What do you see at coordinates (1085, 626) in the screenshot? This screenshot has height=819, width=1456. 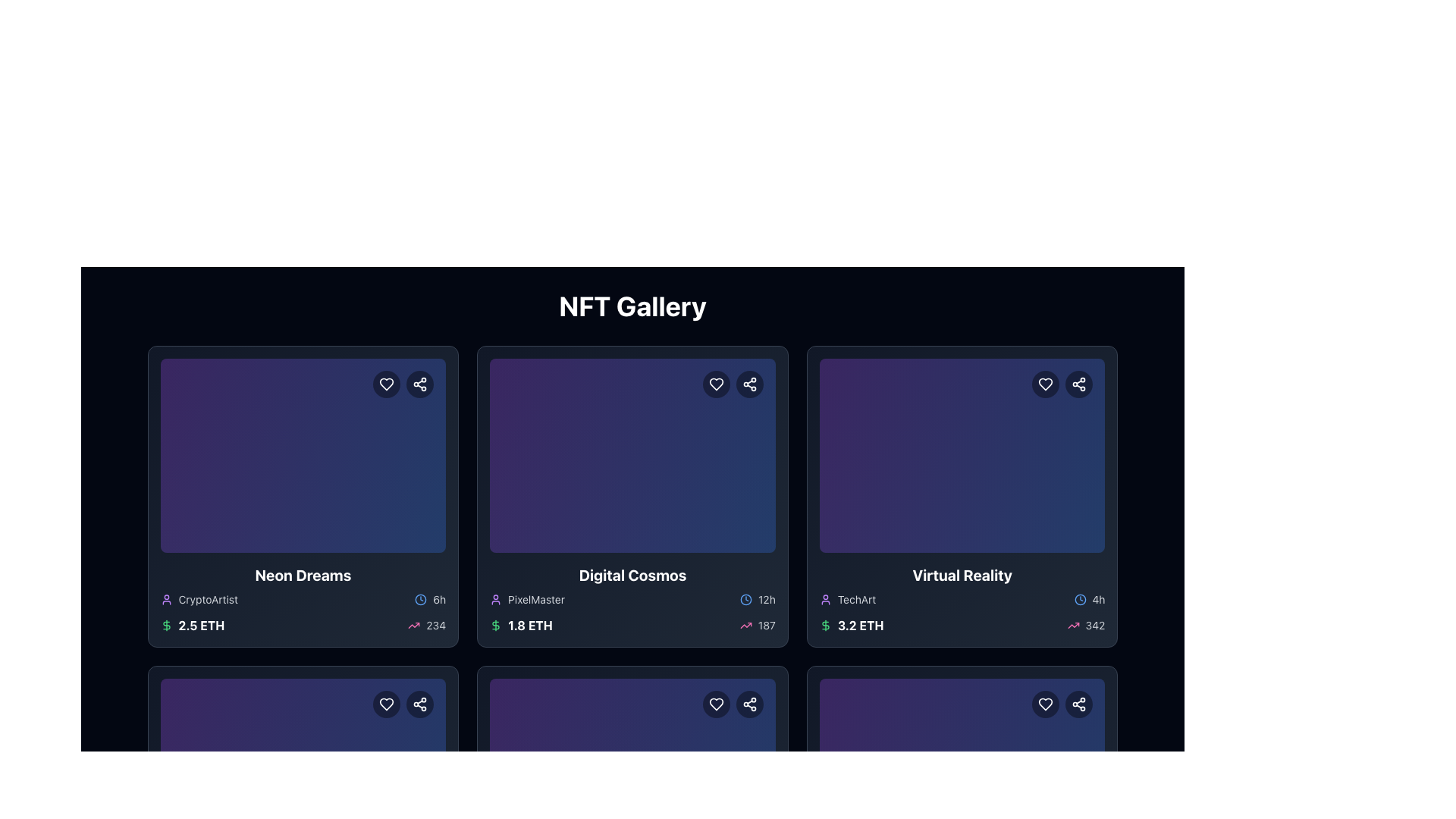 I see `the Text label displaying a statistic related to 'Virtual Reality', located in the bottom-right section of the card and preceded by a pink upward trending arrow icon` at bounding box center [1085, 626].